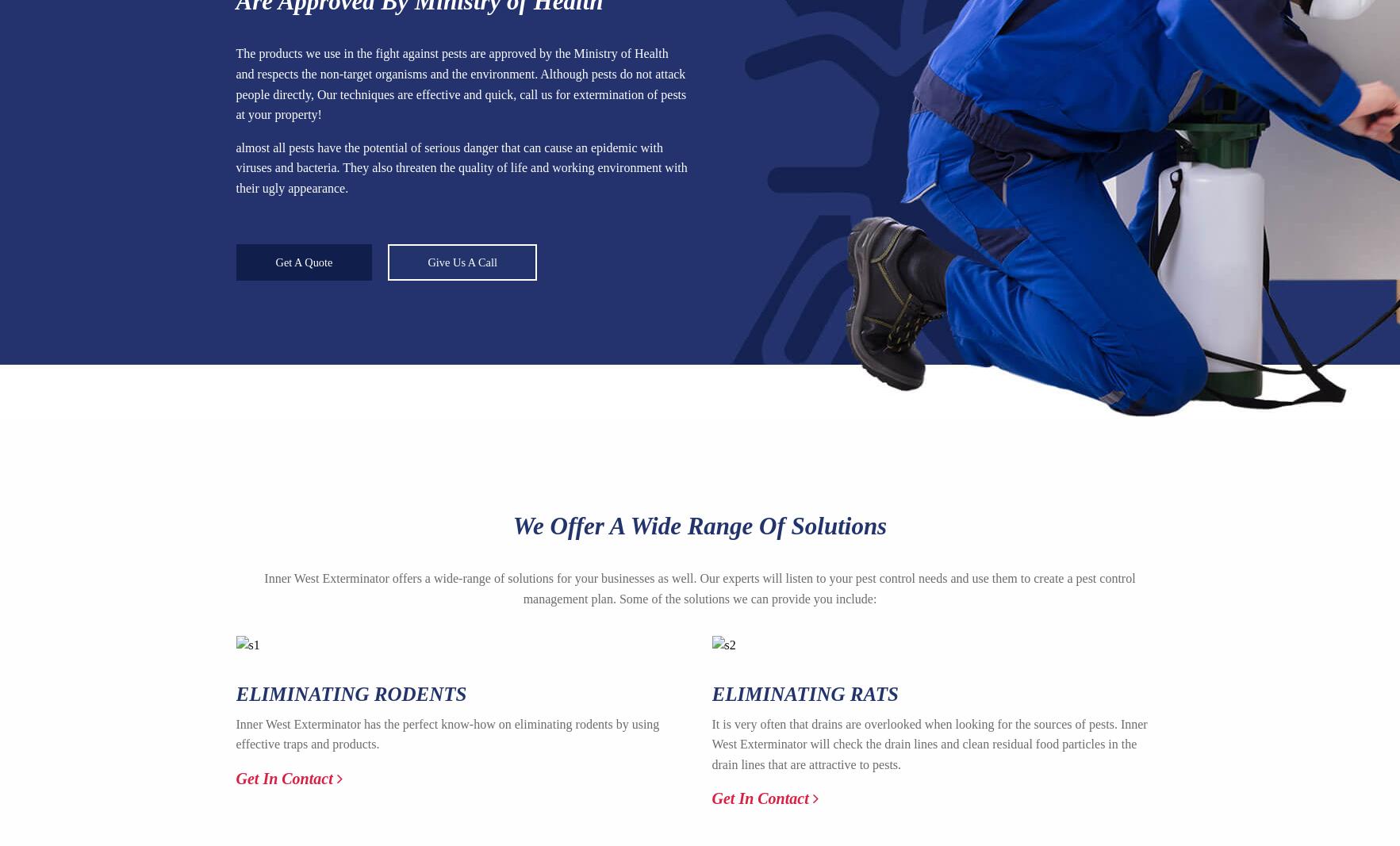  Describe the element at coordinates (235, 692) in the screenshot. I see `'Eliminating Rodents'` at that location.